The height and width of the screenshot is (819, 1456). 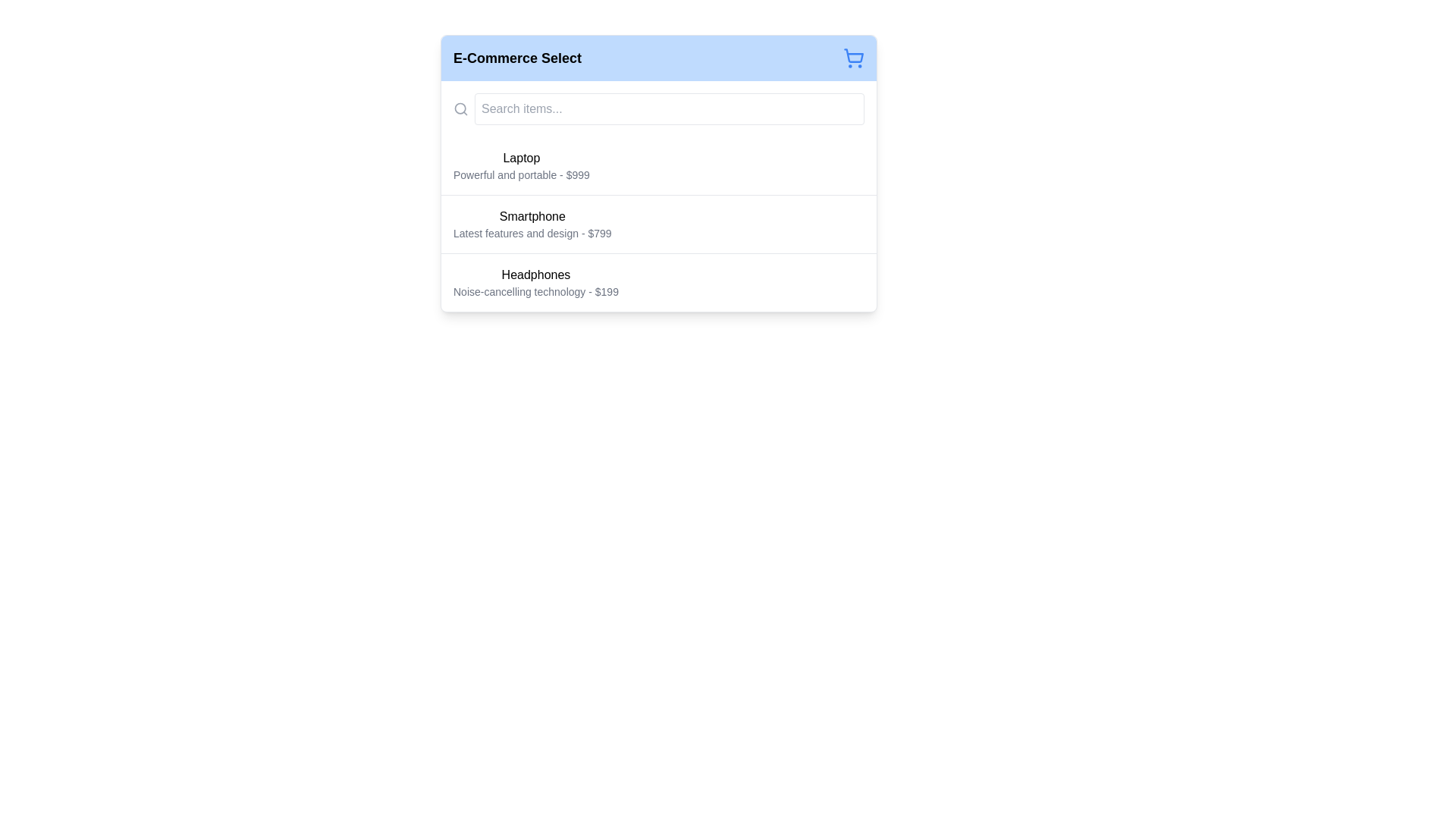 I want to click on the list item displaying 'Smartphone' with the description 'Latest features and design - $799' for further interaction, so click(x=658, y=224).